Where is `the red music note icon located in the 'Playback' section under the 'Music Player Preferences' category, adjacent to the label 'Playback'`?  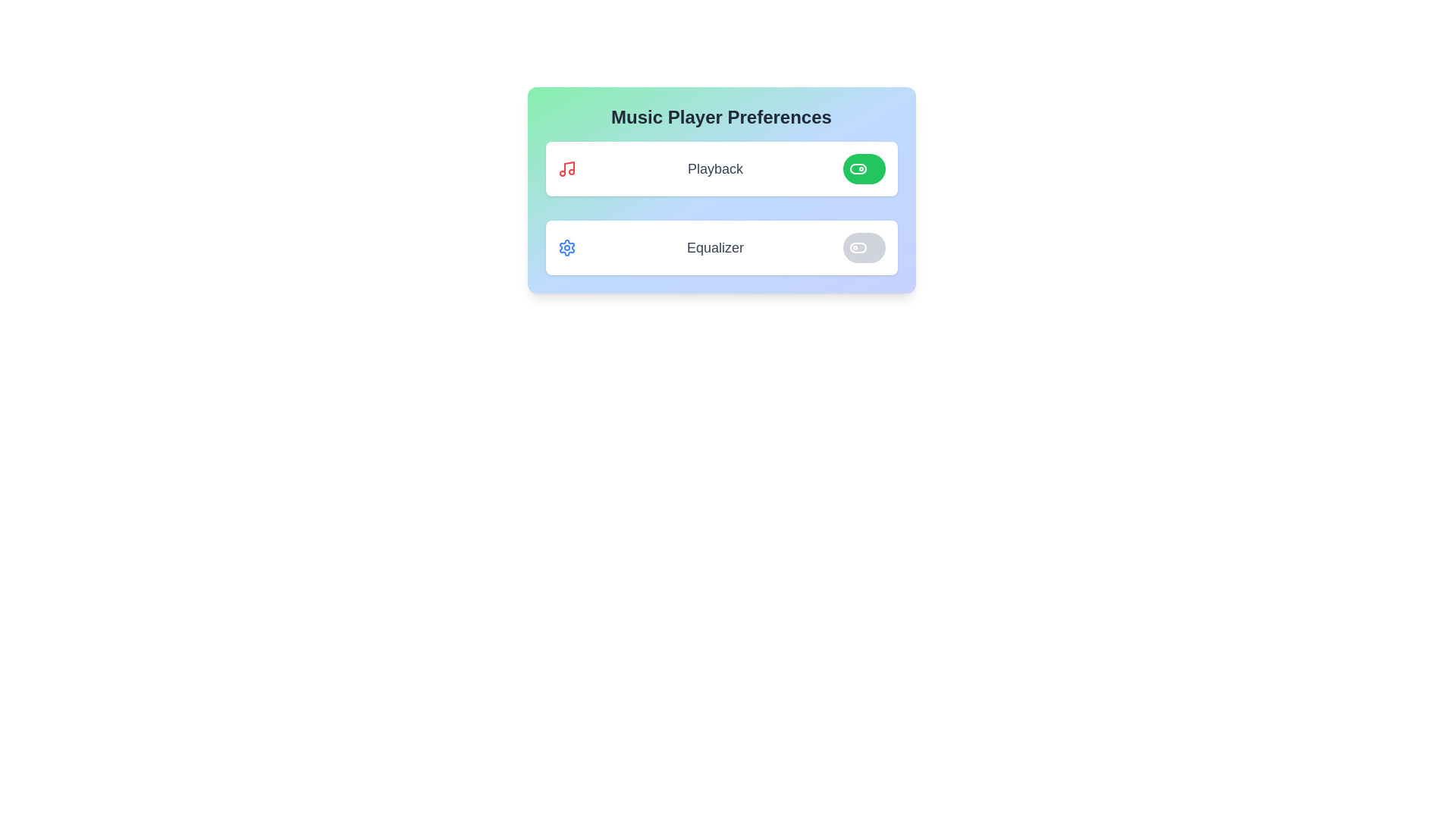
the red music note icon located in the 'Playback' section under the 'Music Player Preferences' category, adjacent to the label 'Playback' is located at coordinates (566, 169).